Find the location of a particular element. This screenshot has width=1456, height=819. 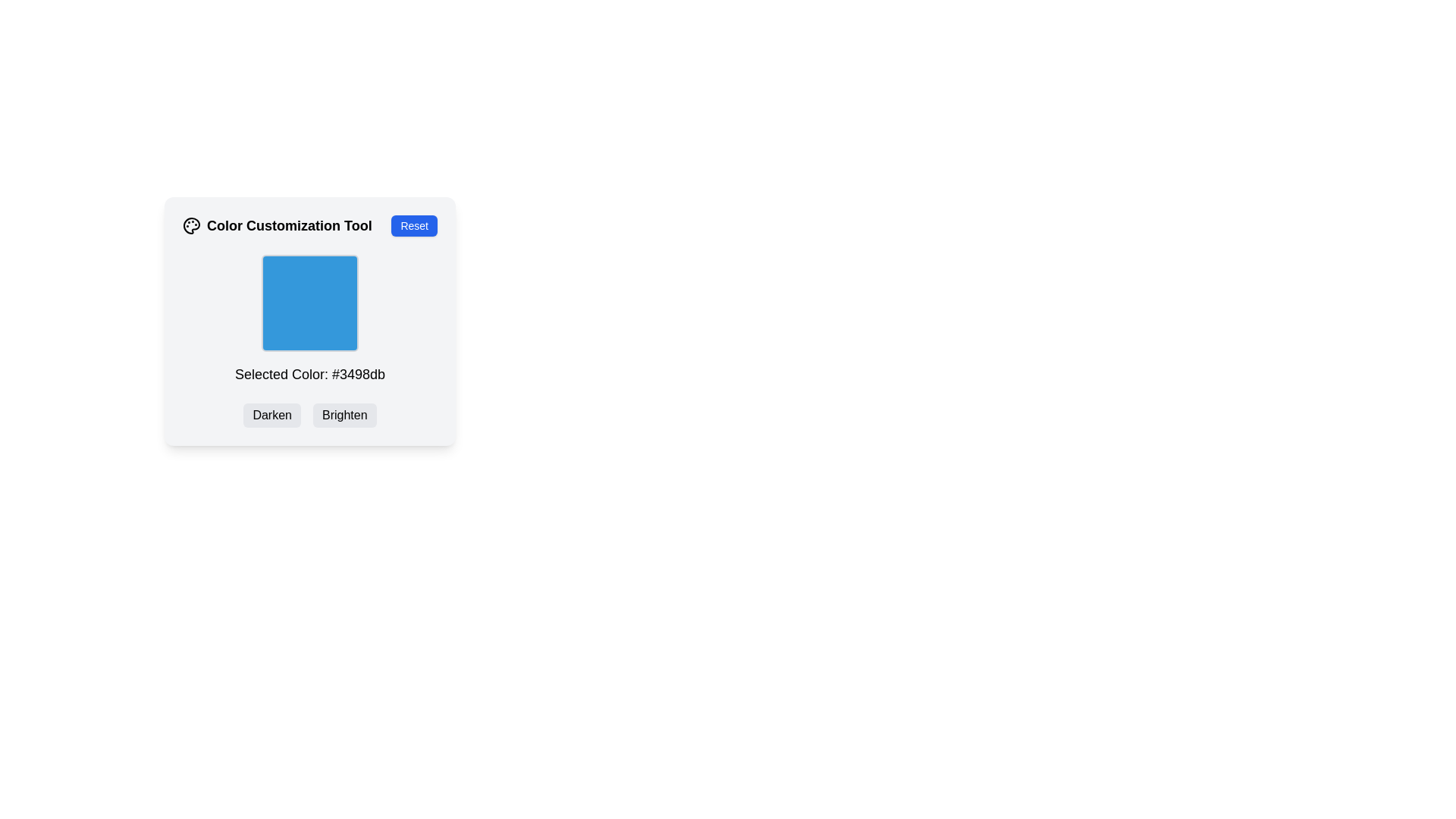

the 'Reset' button located in the top-right corner of the Color Customization Tool panel to reset the settings to their default state is located at coordinates (414, 225).